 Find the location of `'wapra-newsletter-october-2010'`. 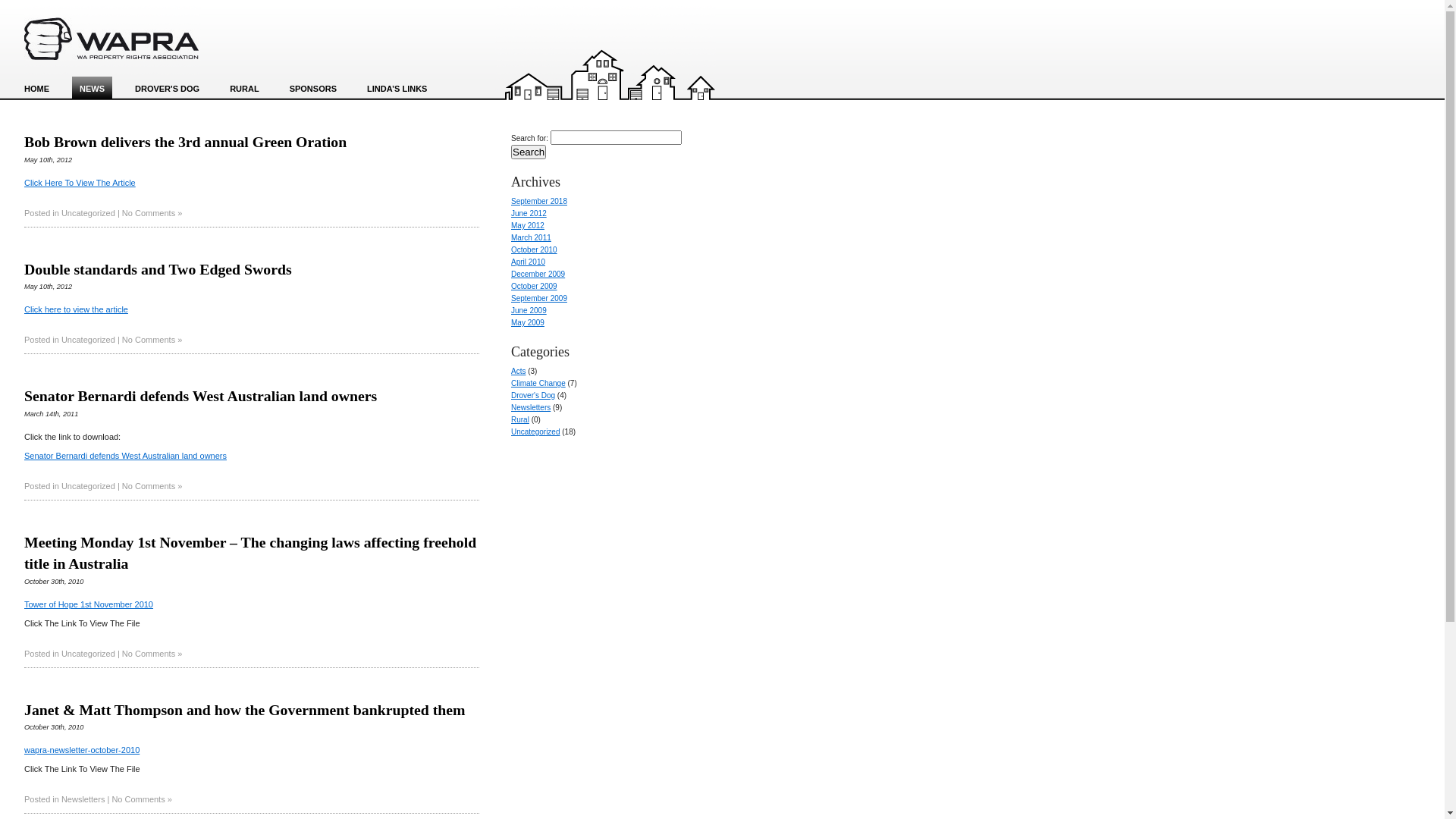

'wapra-newsletter-october-2010' is located at coordinates (81, 748).